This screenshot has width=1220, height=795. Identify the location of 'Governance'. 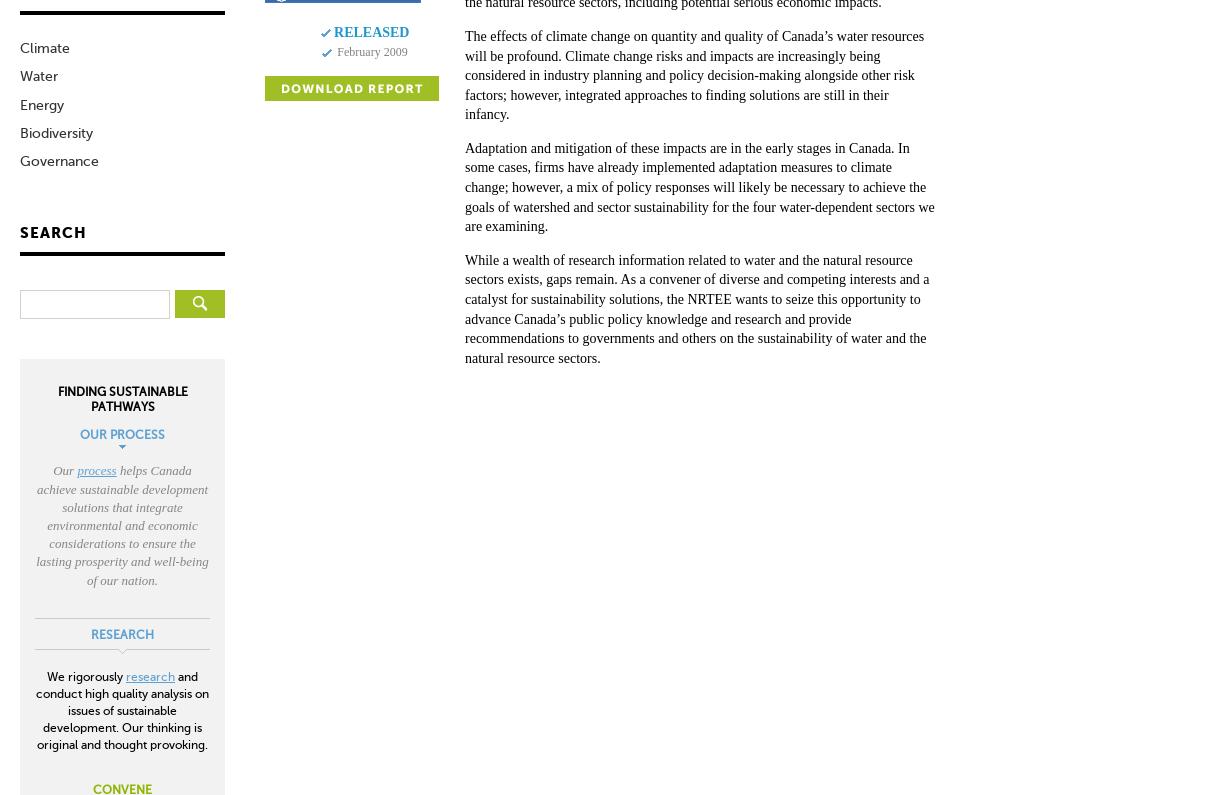
(58, 159).